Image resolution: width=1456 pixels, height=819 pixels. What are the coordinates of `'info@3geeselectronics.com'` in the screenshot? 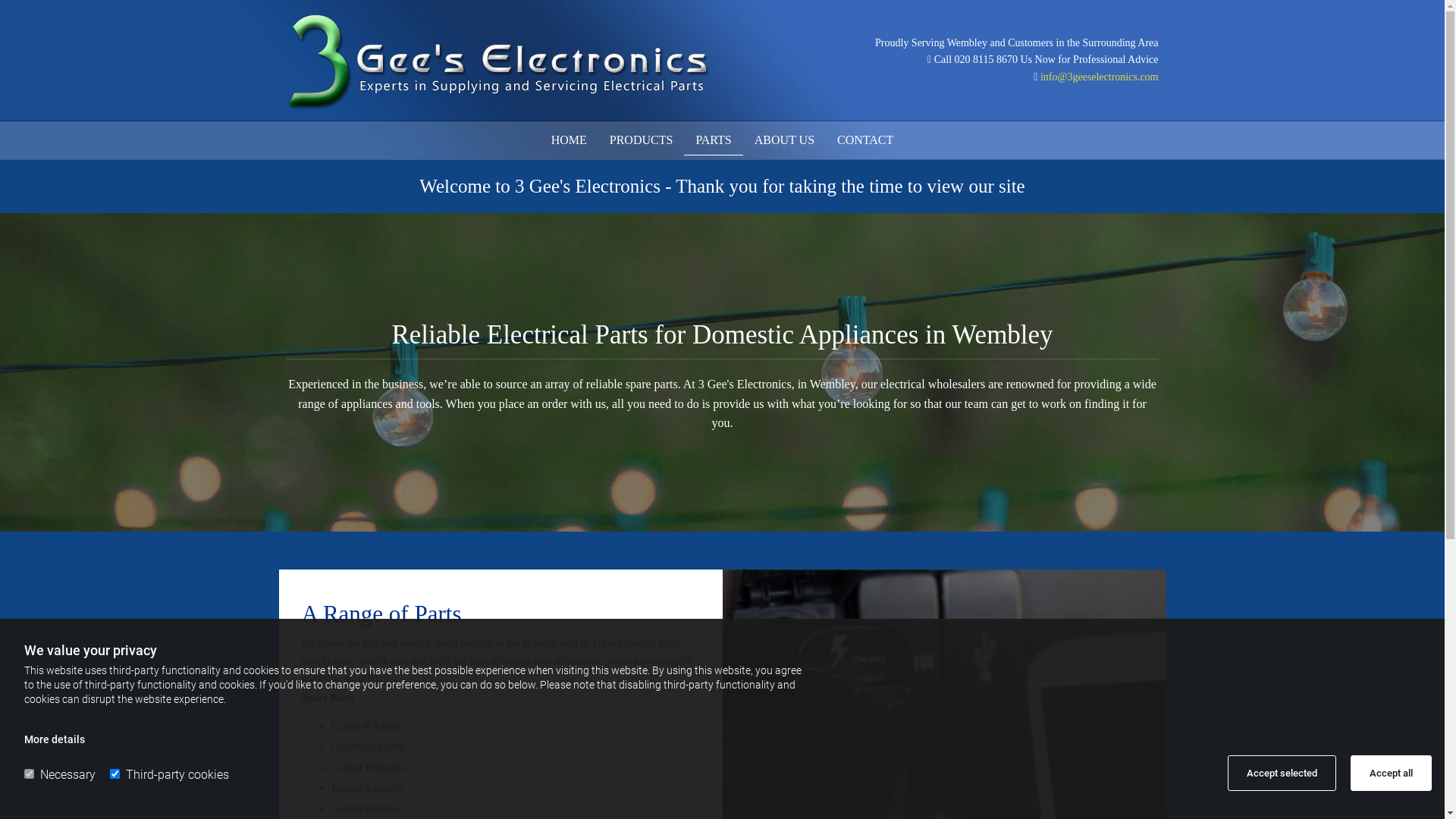 It's located at (1099, 77).